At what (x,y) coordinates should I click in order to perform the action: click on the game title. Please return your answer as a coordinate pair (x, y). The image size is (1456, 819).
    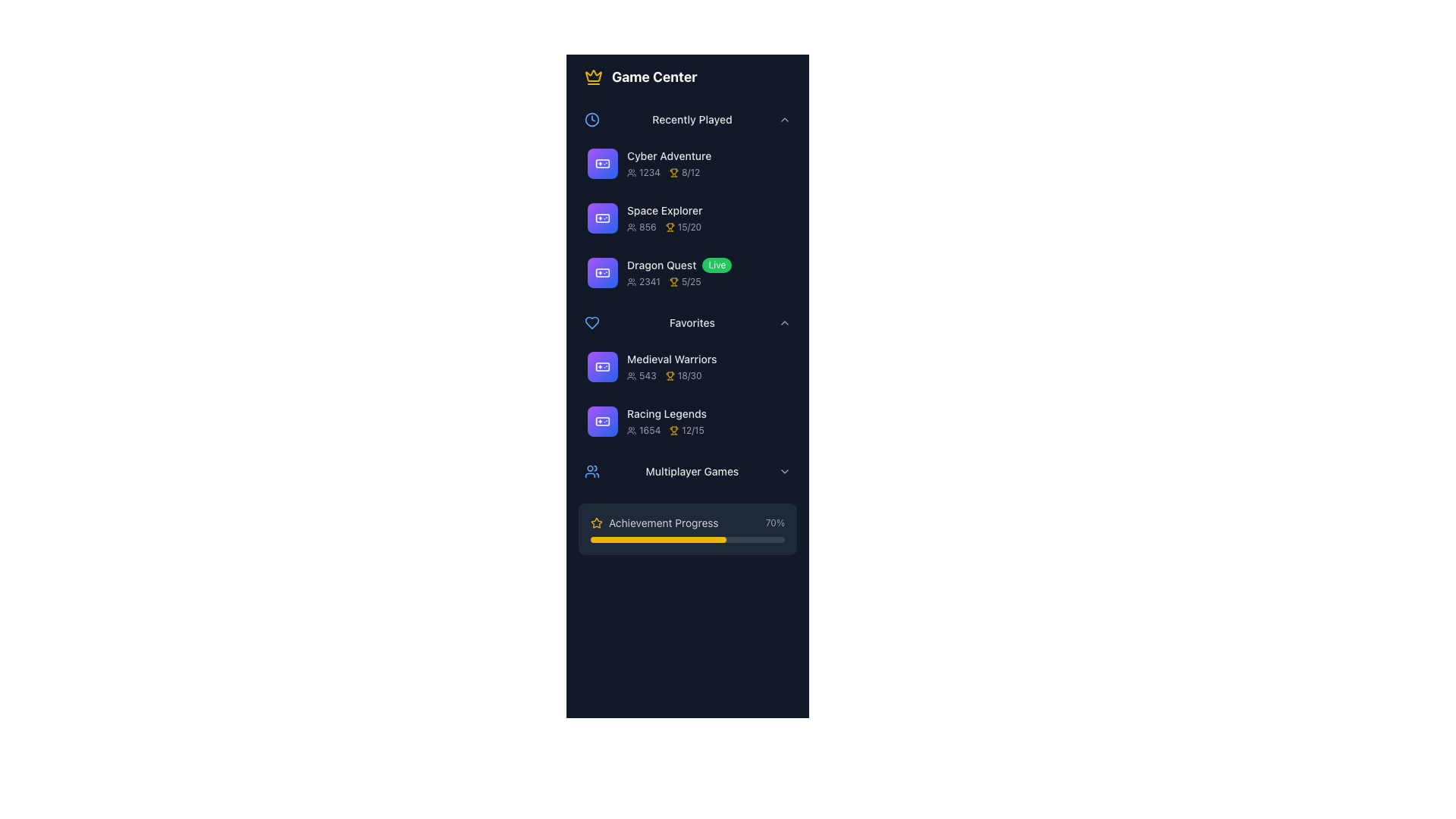
    Looking at the image, I should click on (706, 359).